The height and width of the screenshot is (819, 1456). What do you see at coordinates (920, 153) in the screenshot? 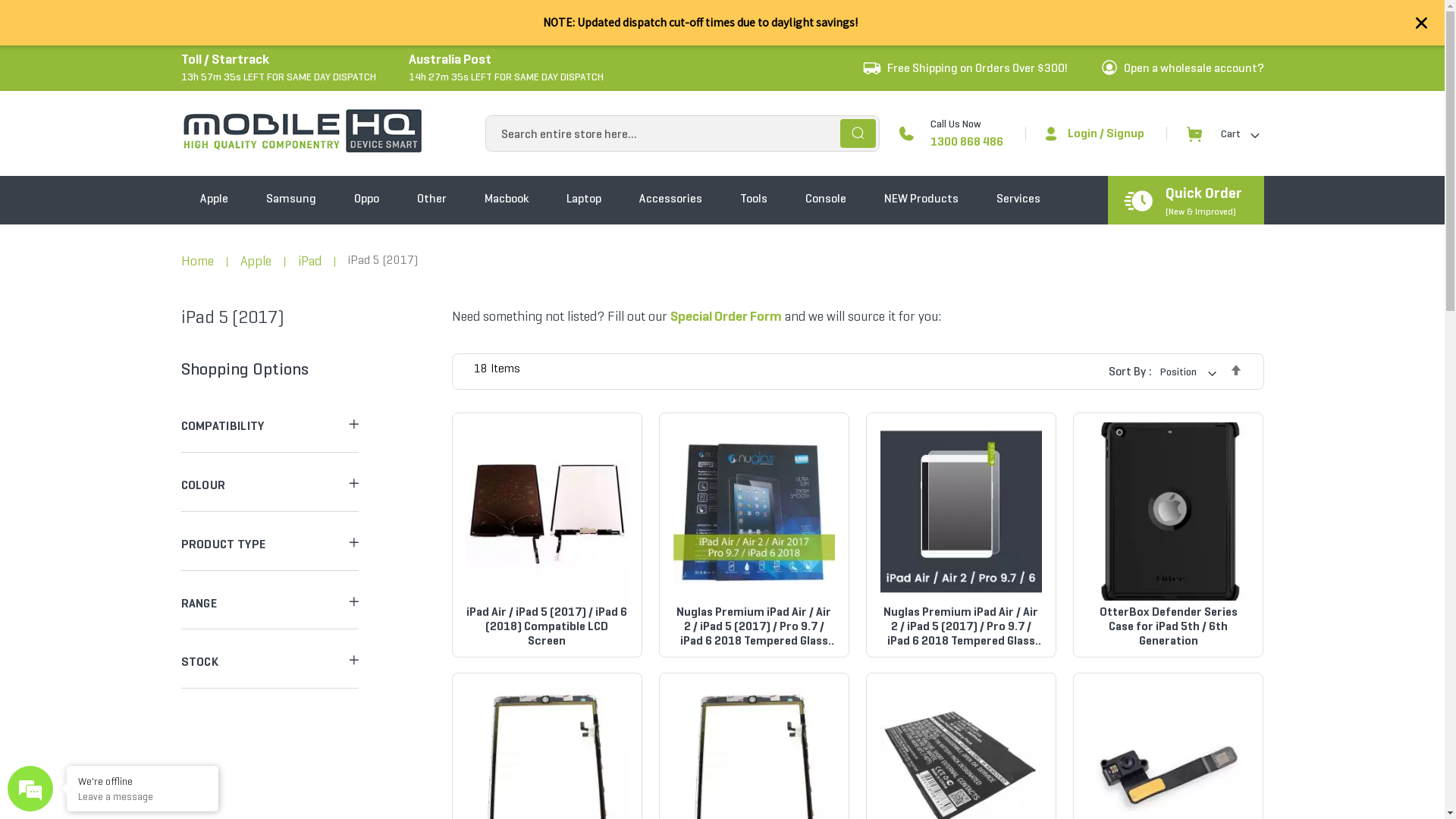
I see `'NEW Products'` at bounding box center [920, 153].